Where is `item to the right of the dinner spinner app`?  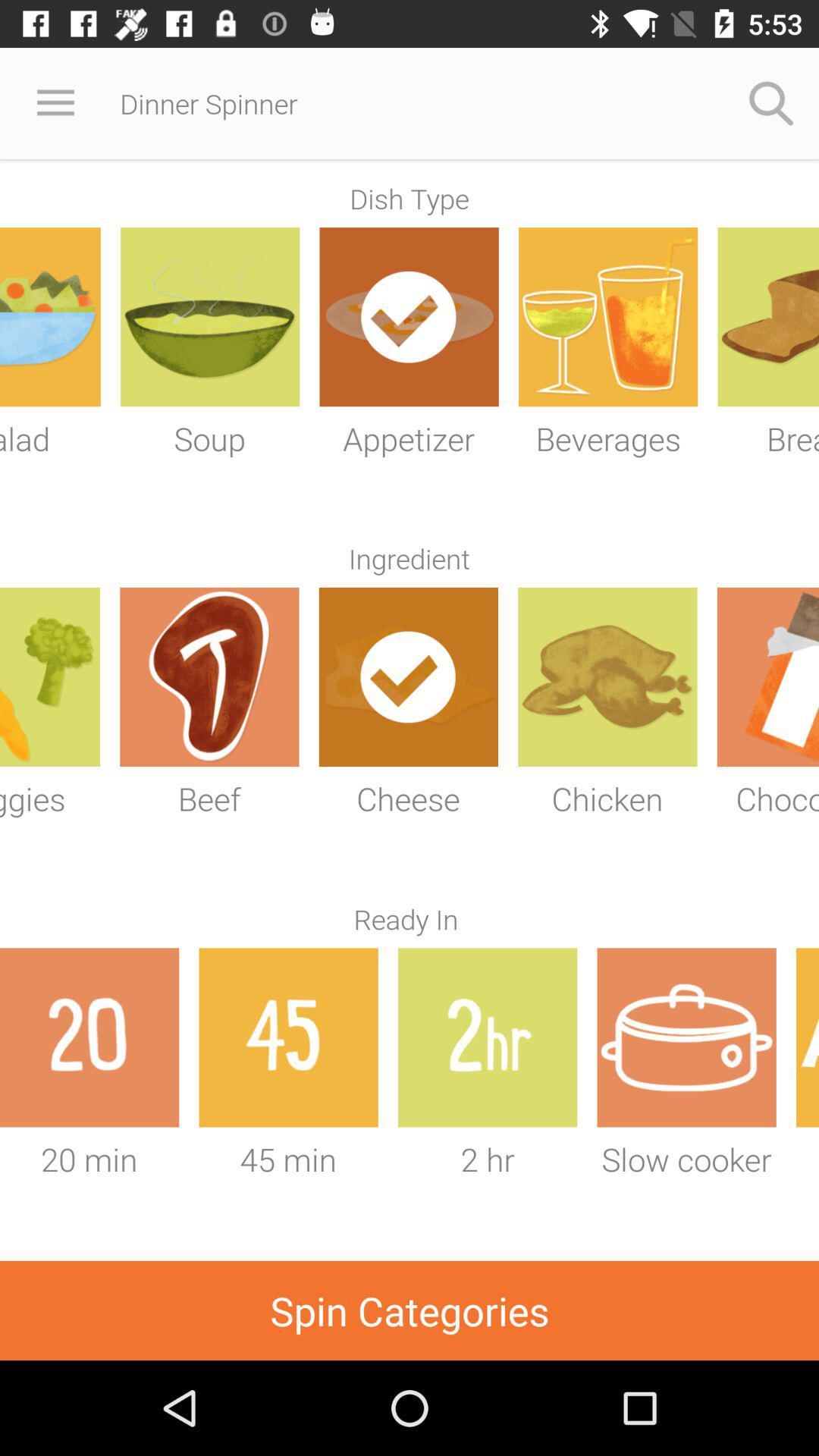
item to the right of the dinner spinner app is located at coordinates (771, 102).